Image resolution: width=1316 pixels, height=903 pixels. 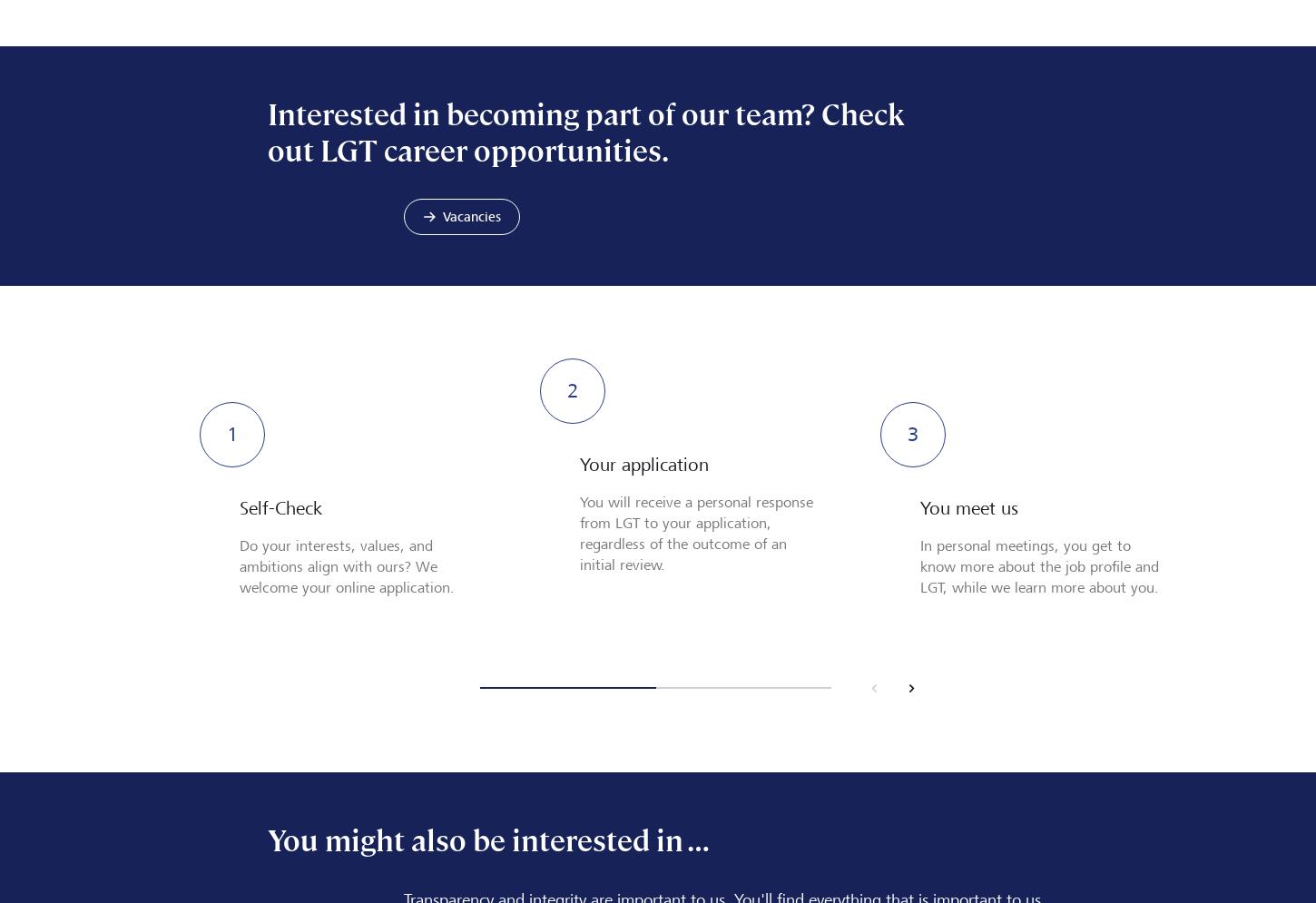 I want to click on 'You meet us', so click(x=919, y=506).